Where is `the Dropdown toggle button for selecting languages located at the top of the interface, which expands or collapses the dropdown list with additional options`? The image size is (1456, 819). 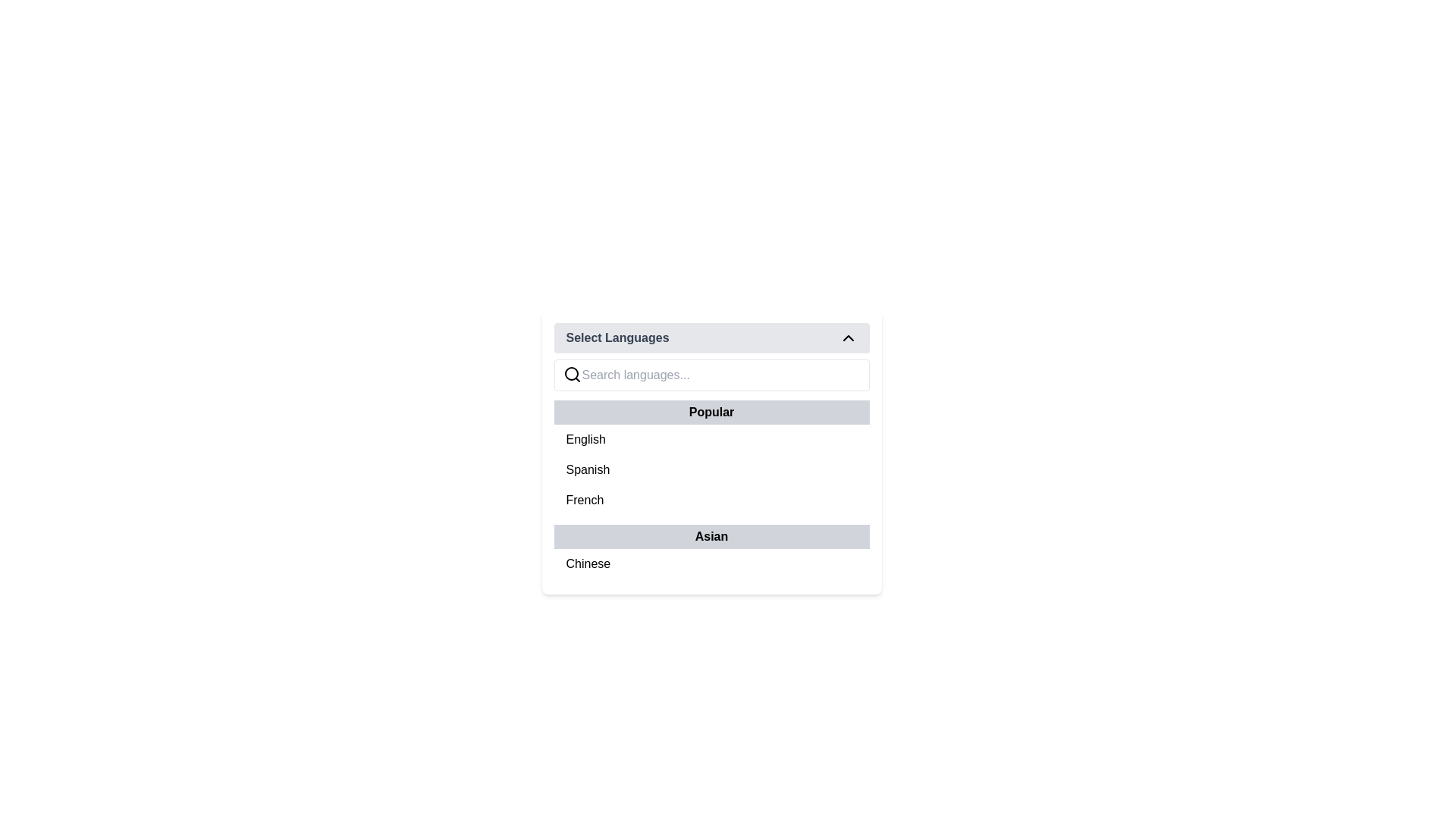
the Dropdown toggle button for selecting languages located at the top of the interface, which expands or collapses the dropdown list with additional options is located at coordinates (711, 337).